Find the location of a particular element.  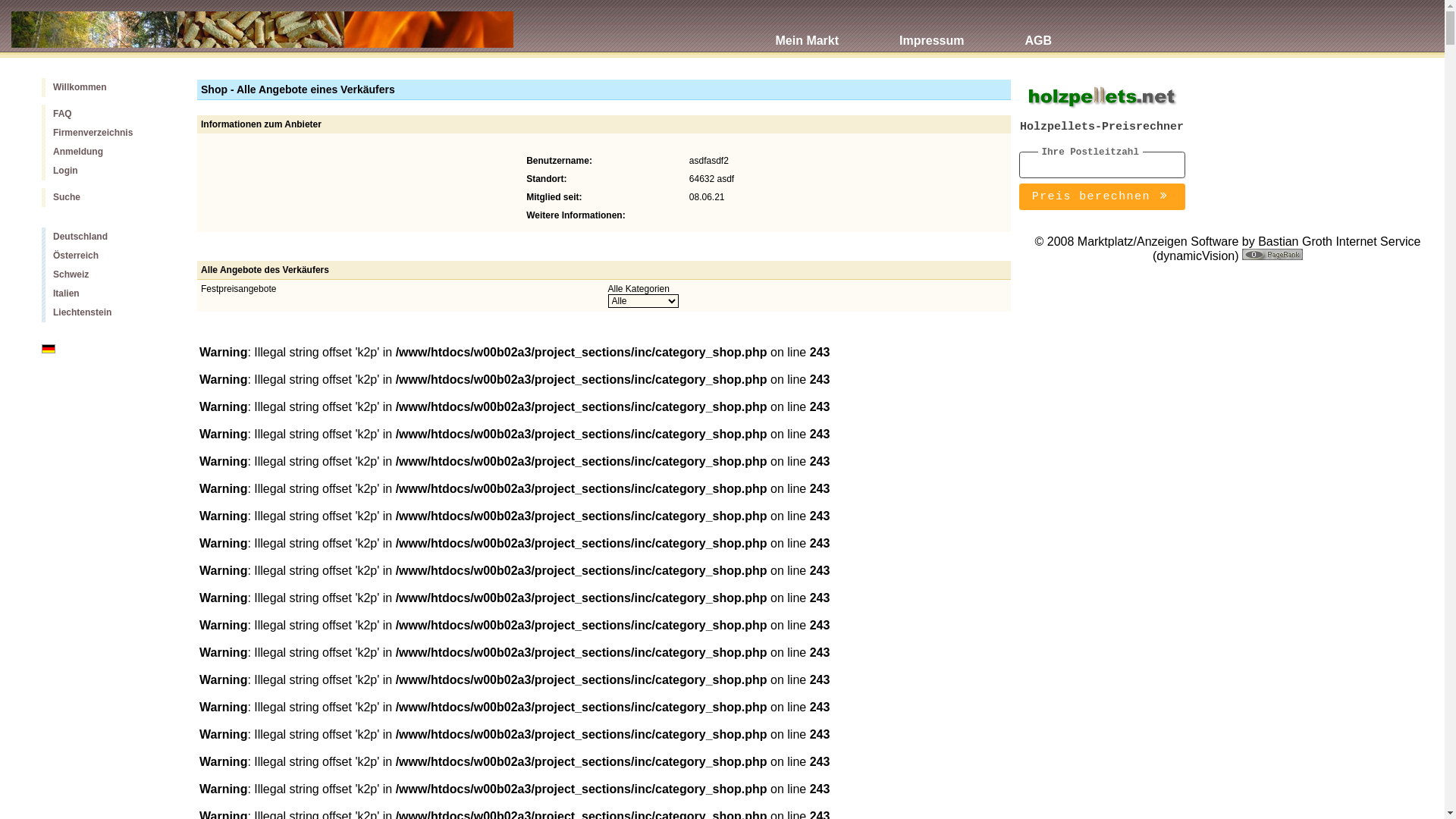

'Firmenverzeichnis' is located at coordinates (107, 132).